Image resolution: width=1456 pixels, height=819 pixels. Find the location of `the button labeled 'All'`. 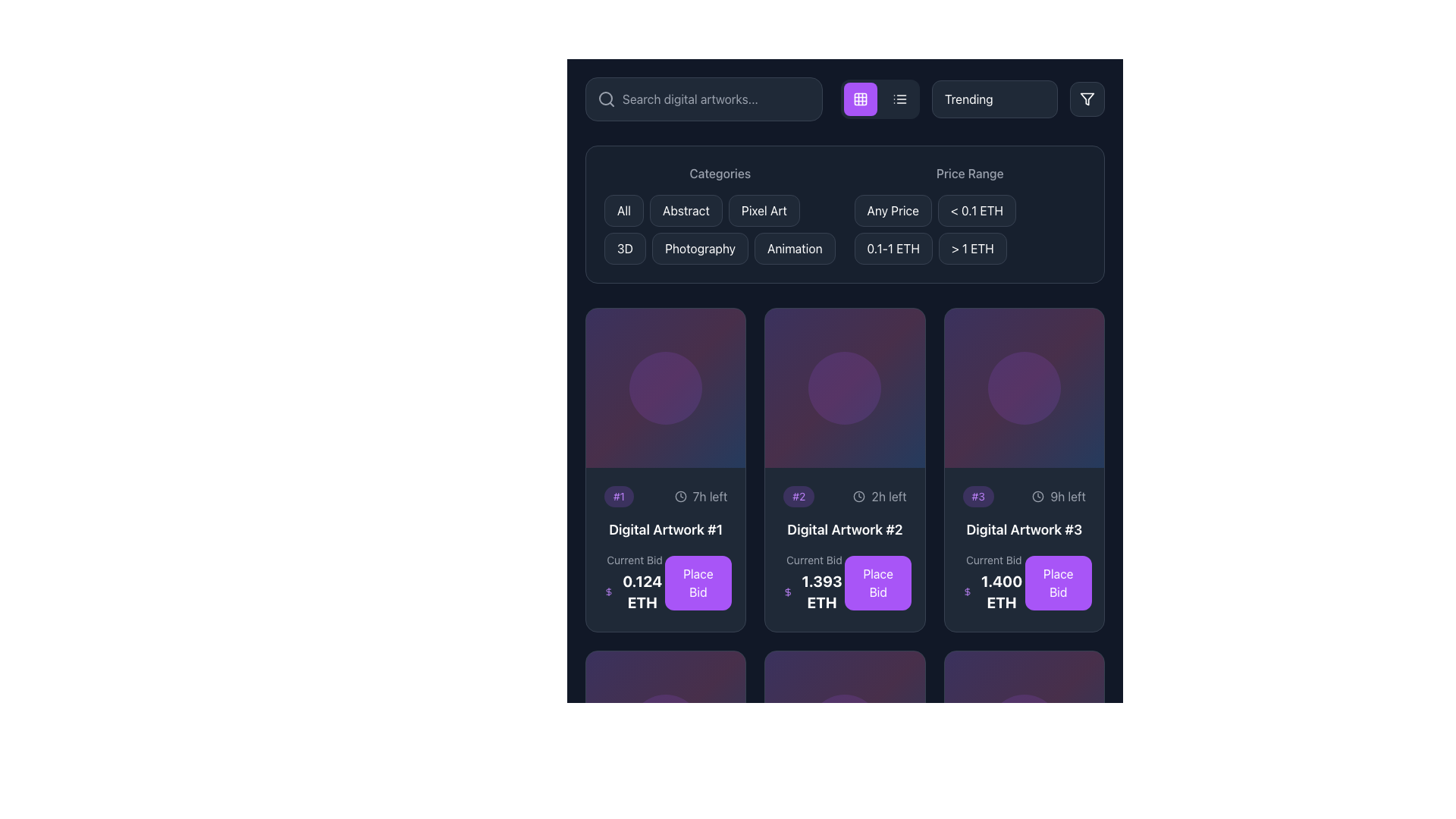

the button labeled 'All' is located at coordinates (623, 210).